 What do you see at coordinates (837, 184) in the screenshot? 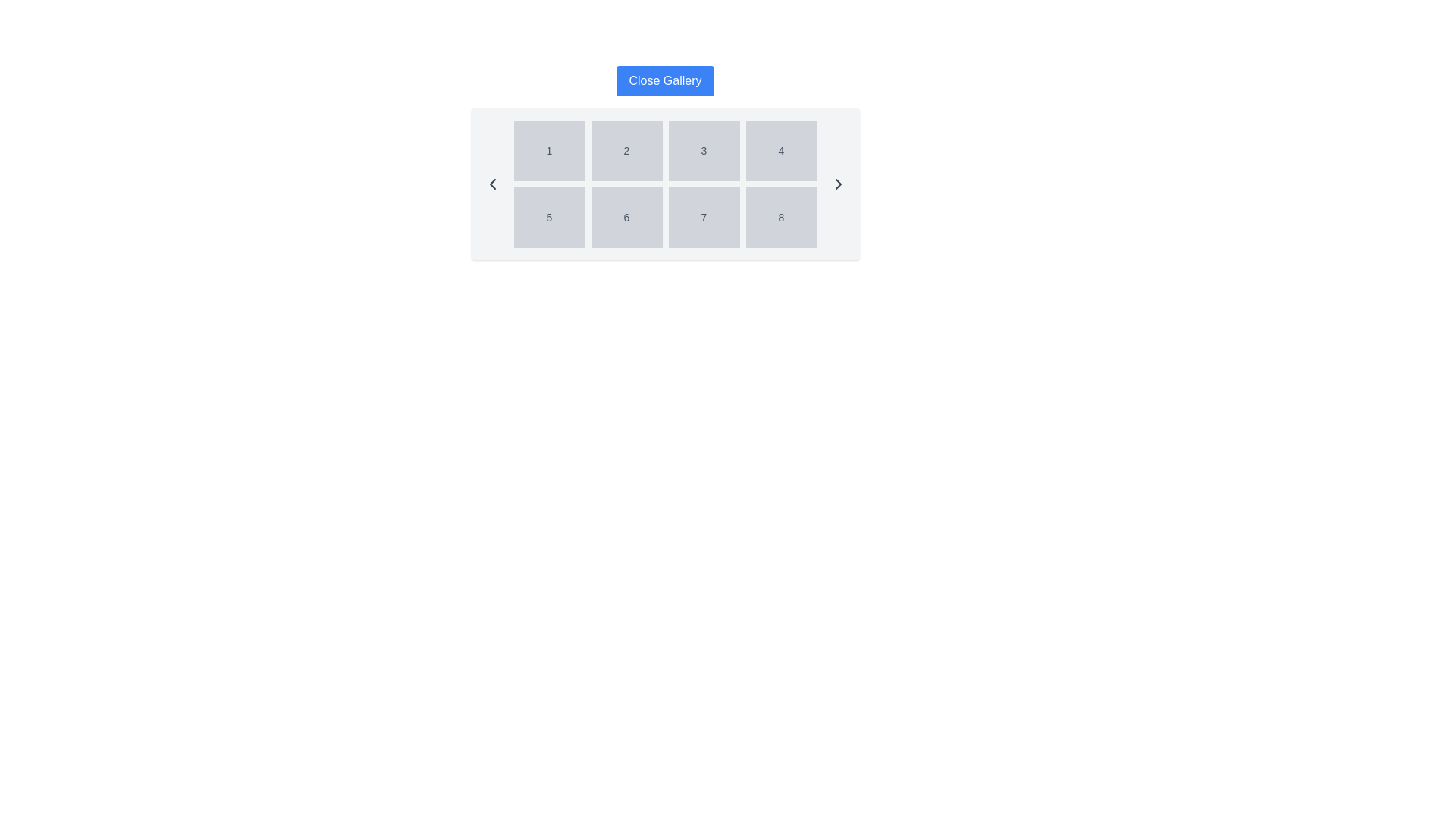
I see `the right-pointing chevron icon button, which is positioned to the right of a gallery grid` at bounding box center [837, 184].